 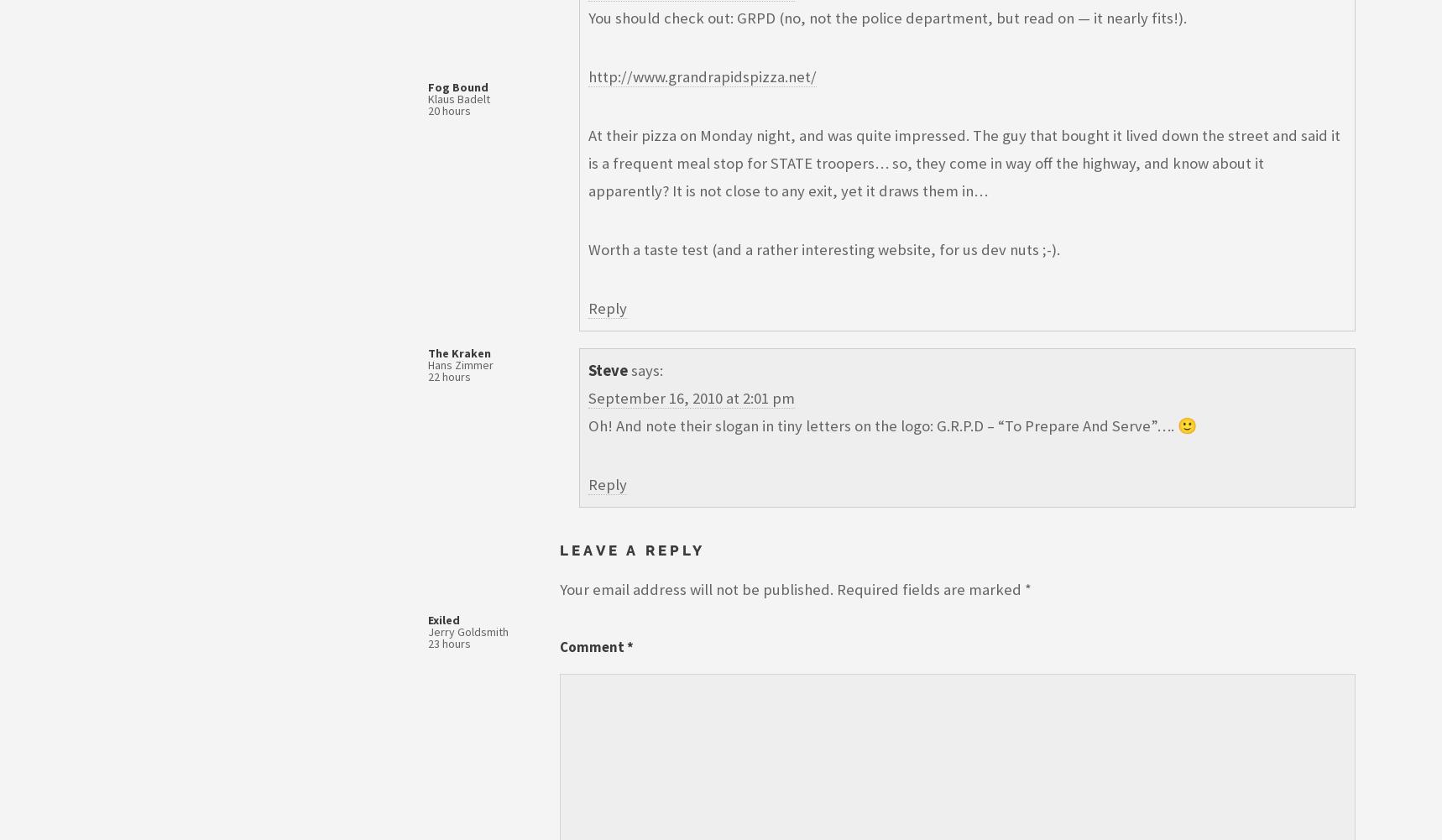 What do you see at coordinates (448, 377) in the screenshot?
I see `'22 hours'` at bounding box center [448, 377].